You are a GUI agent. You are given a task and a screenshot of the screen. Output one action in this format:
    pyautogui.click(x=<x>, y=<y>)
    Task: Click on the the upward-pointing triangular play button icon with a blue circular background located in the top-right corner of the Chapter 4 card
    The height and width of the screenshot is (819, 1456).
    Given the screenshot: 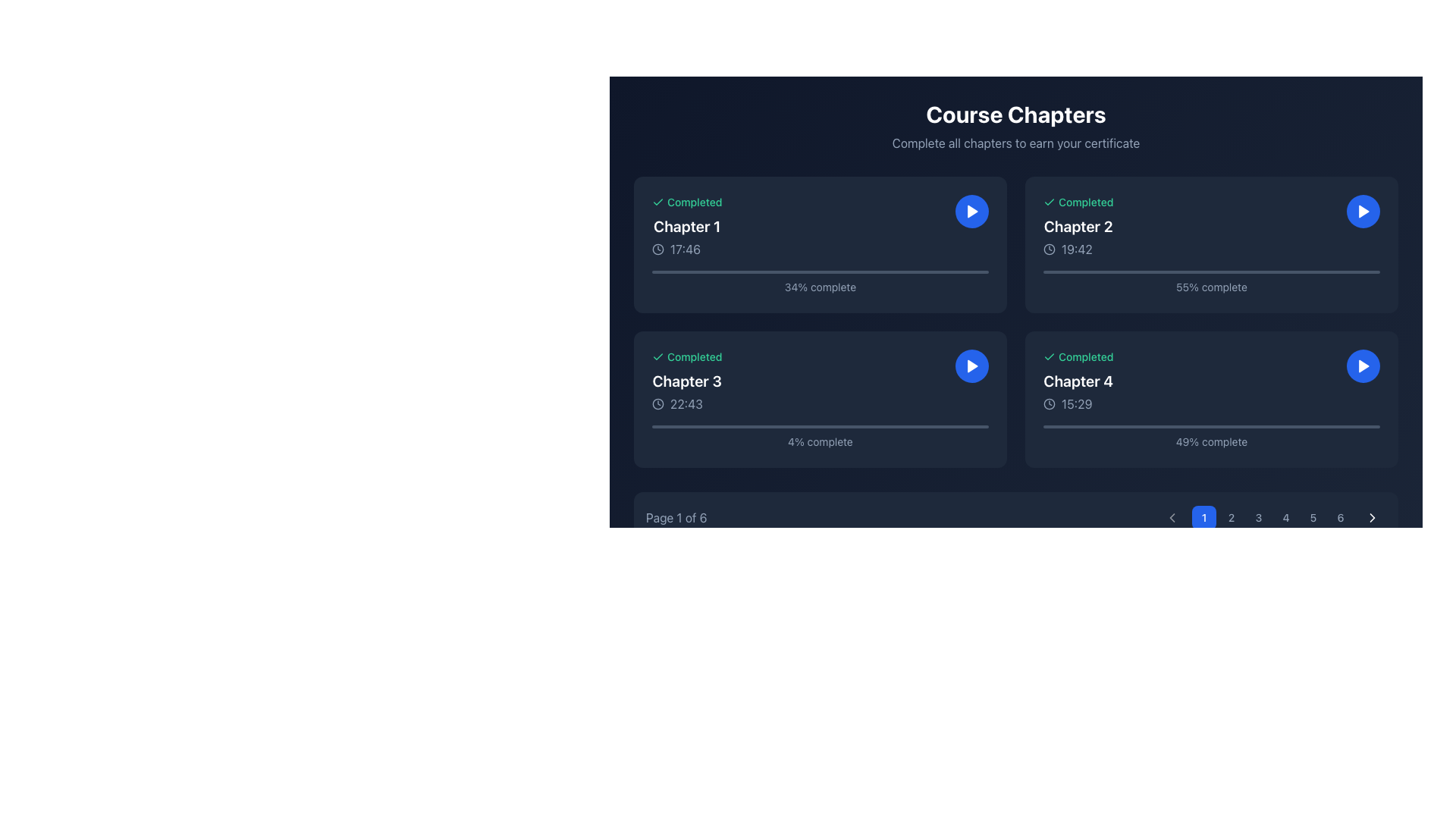 What is the action you would take?
    pyautogui.click(x=1363, y=366)
    